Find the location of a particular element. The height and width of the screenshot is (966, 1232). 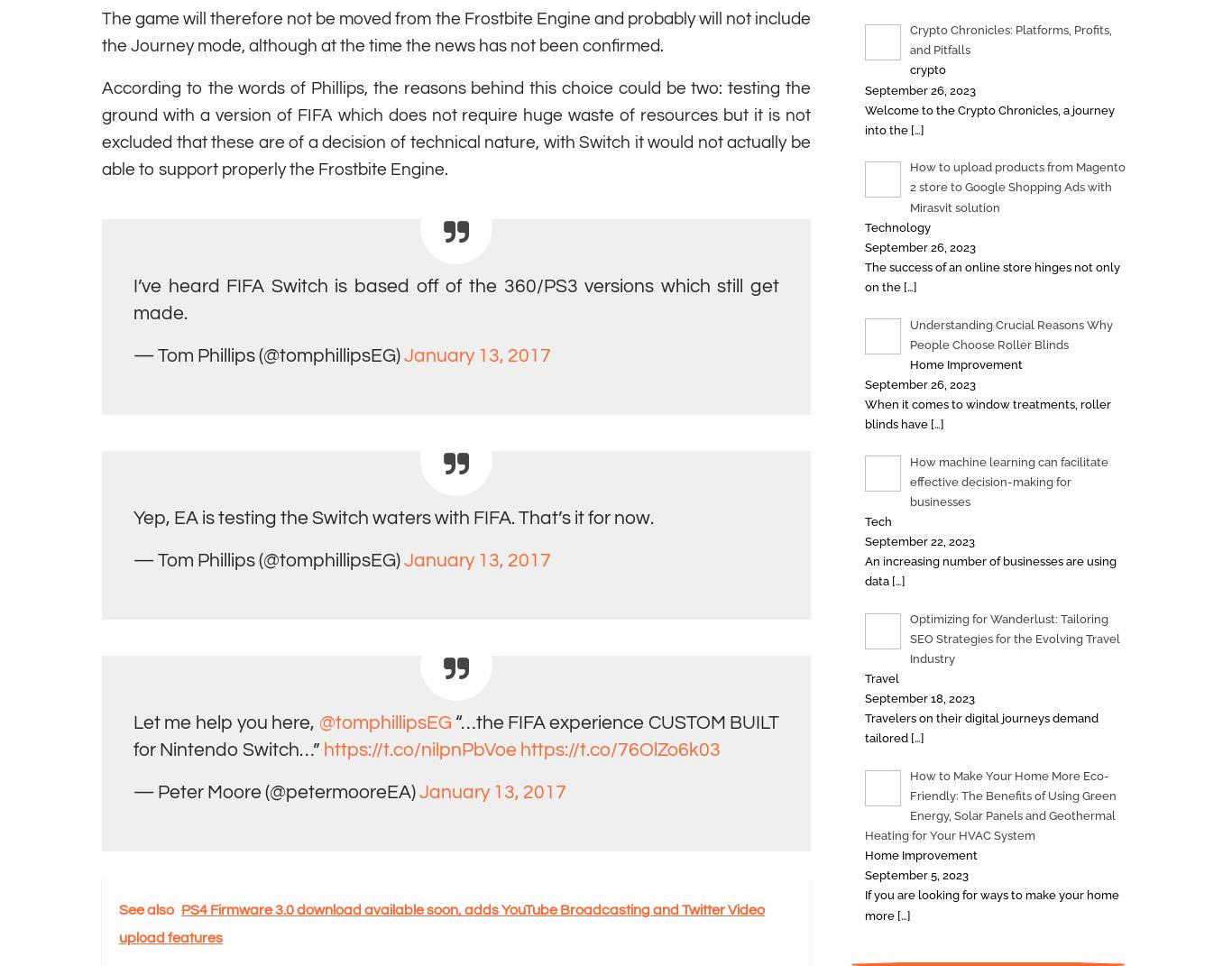

'Travel' is located at coordinates (882, 678).